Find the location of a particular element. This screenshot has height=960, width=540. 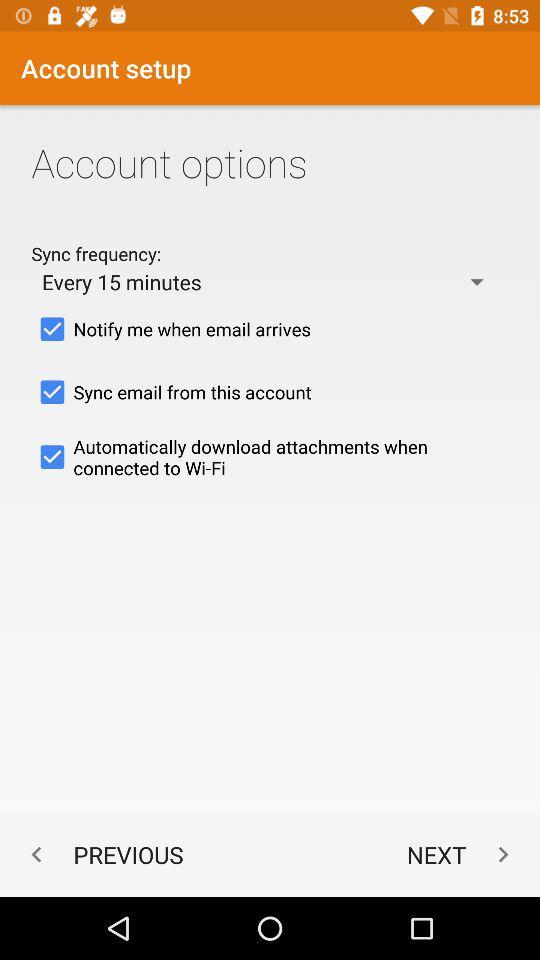

the previous is located at coordinates (102, 853).